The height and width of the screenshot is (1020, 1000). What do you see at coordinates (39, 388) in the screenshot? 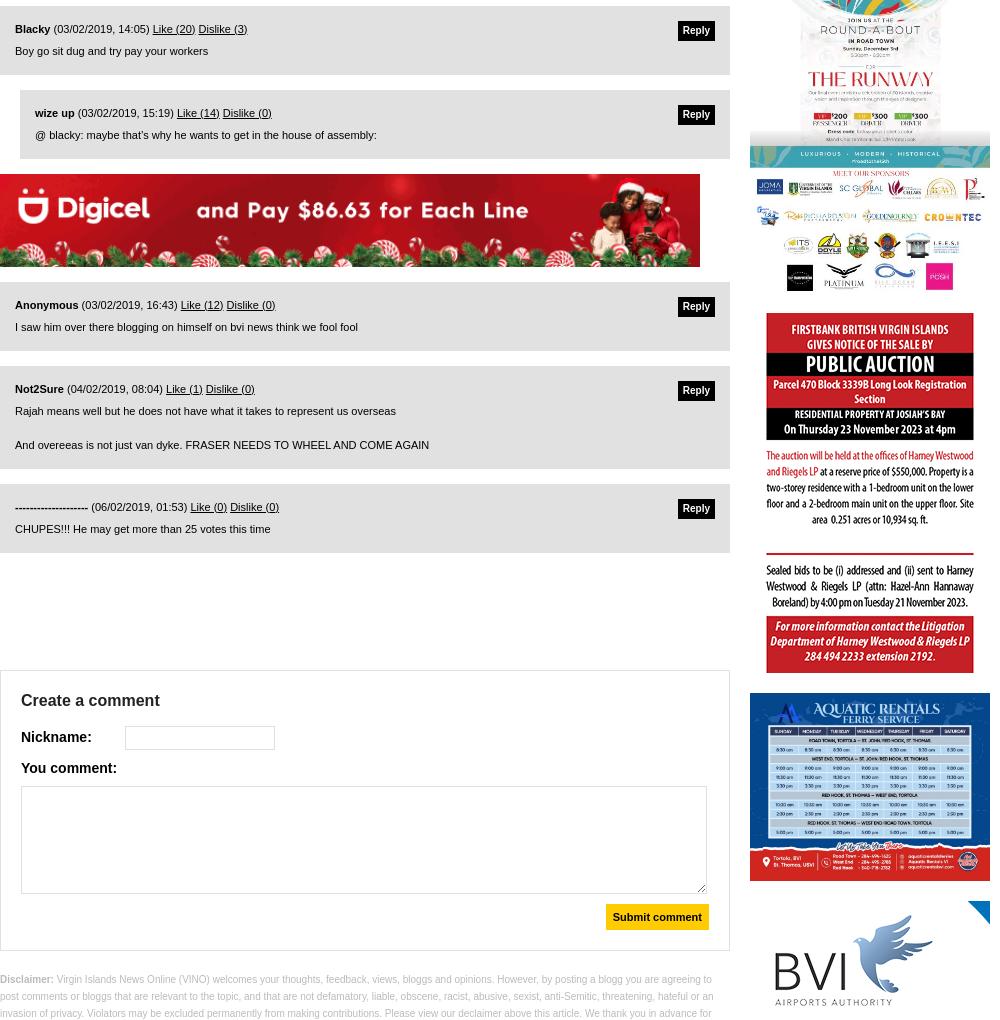
I see `'Not2Sure'` at bounding box center [39, 388].